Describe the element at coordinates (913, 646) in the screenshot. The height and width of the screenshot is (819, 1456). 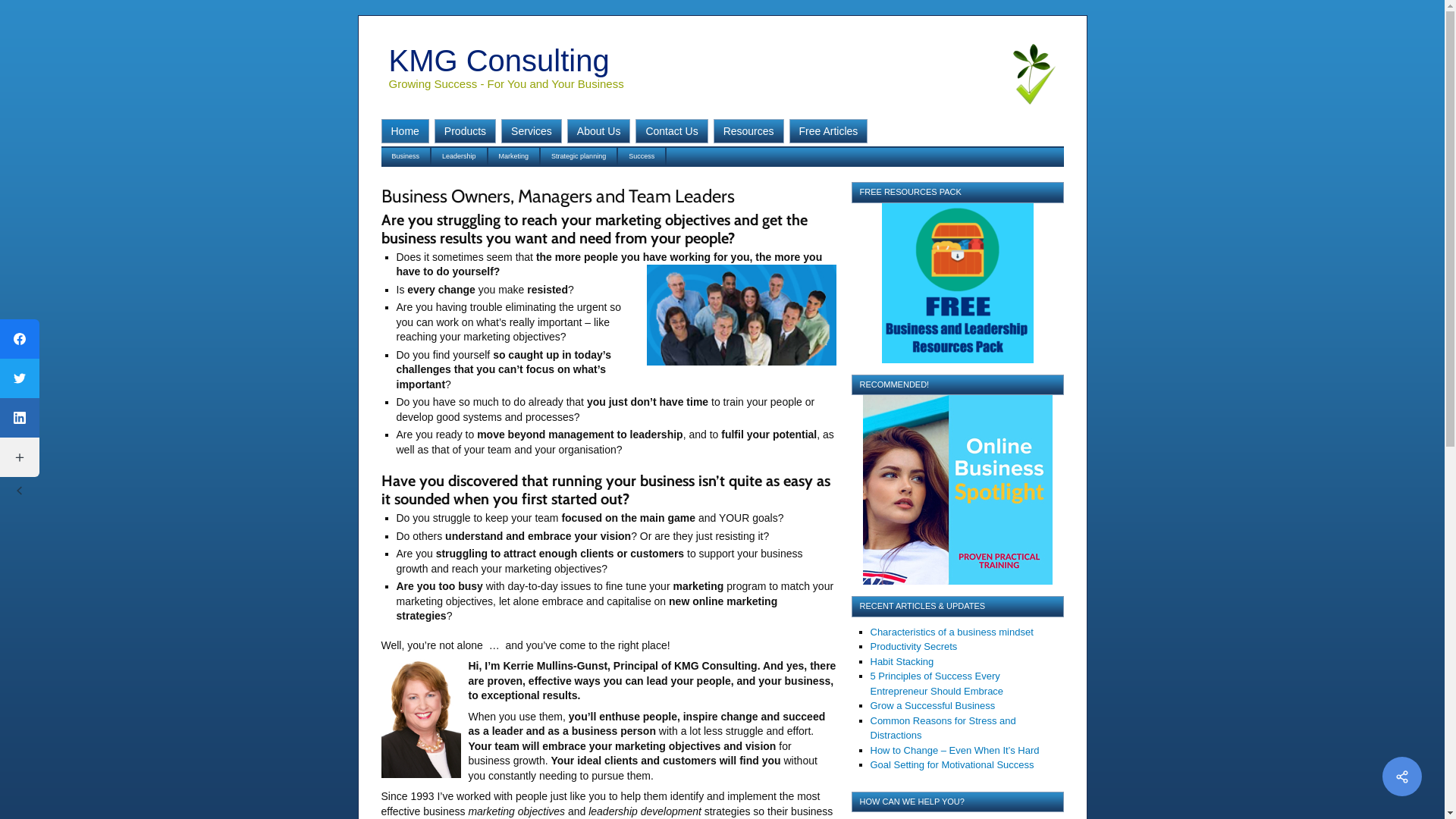
I see `'Productivity Secrets'` at that location.